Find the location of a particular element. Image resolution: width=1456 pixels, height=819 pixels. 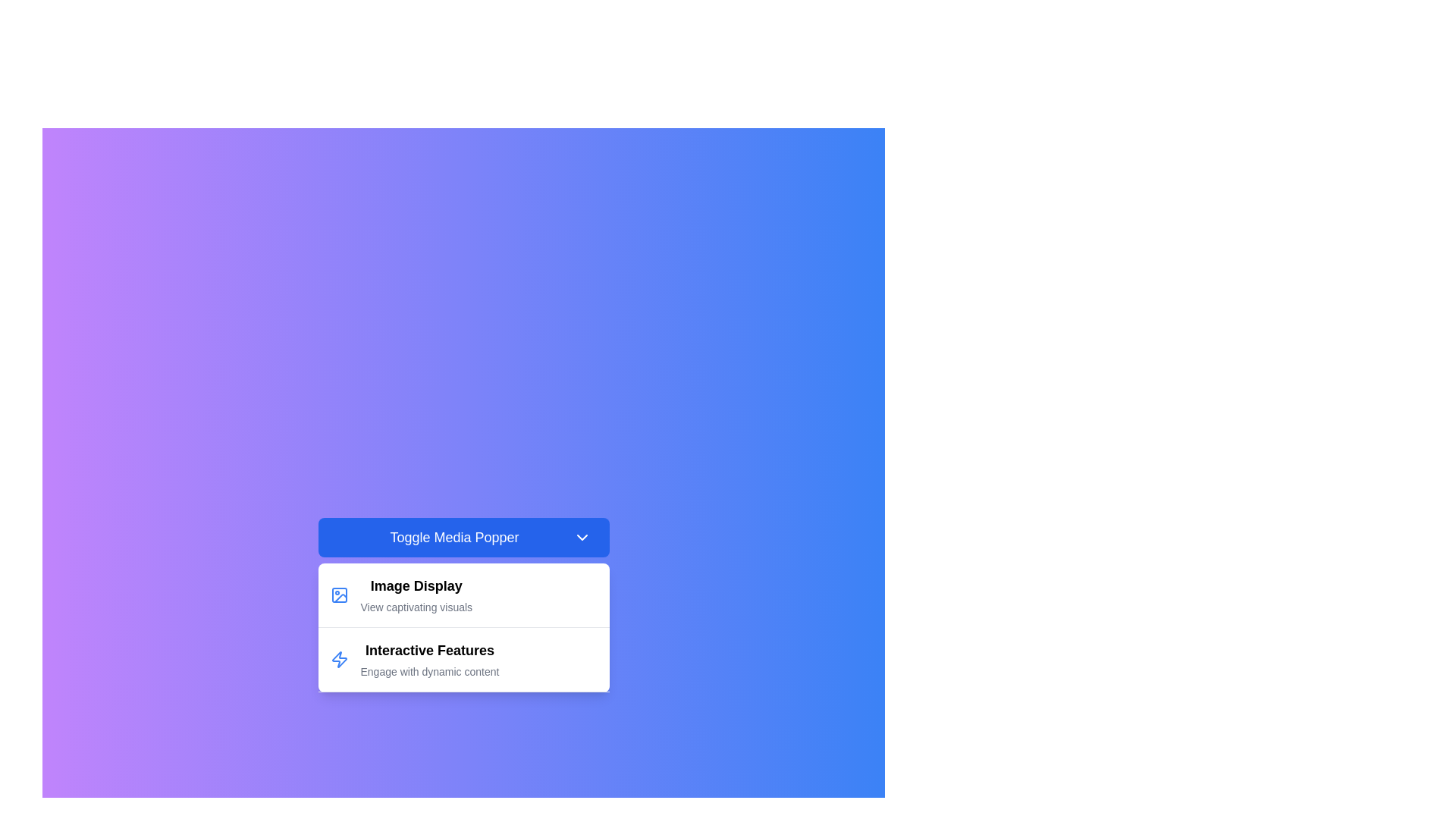

the 'Toggle Media Popper' text label within the blue button for visual feedback is located at coordinates (453, 537).